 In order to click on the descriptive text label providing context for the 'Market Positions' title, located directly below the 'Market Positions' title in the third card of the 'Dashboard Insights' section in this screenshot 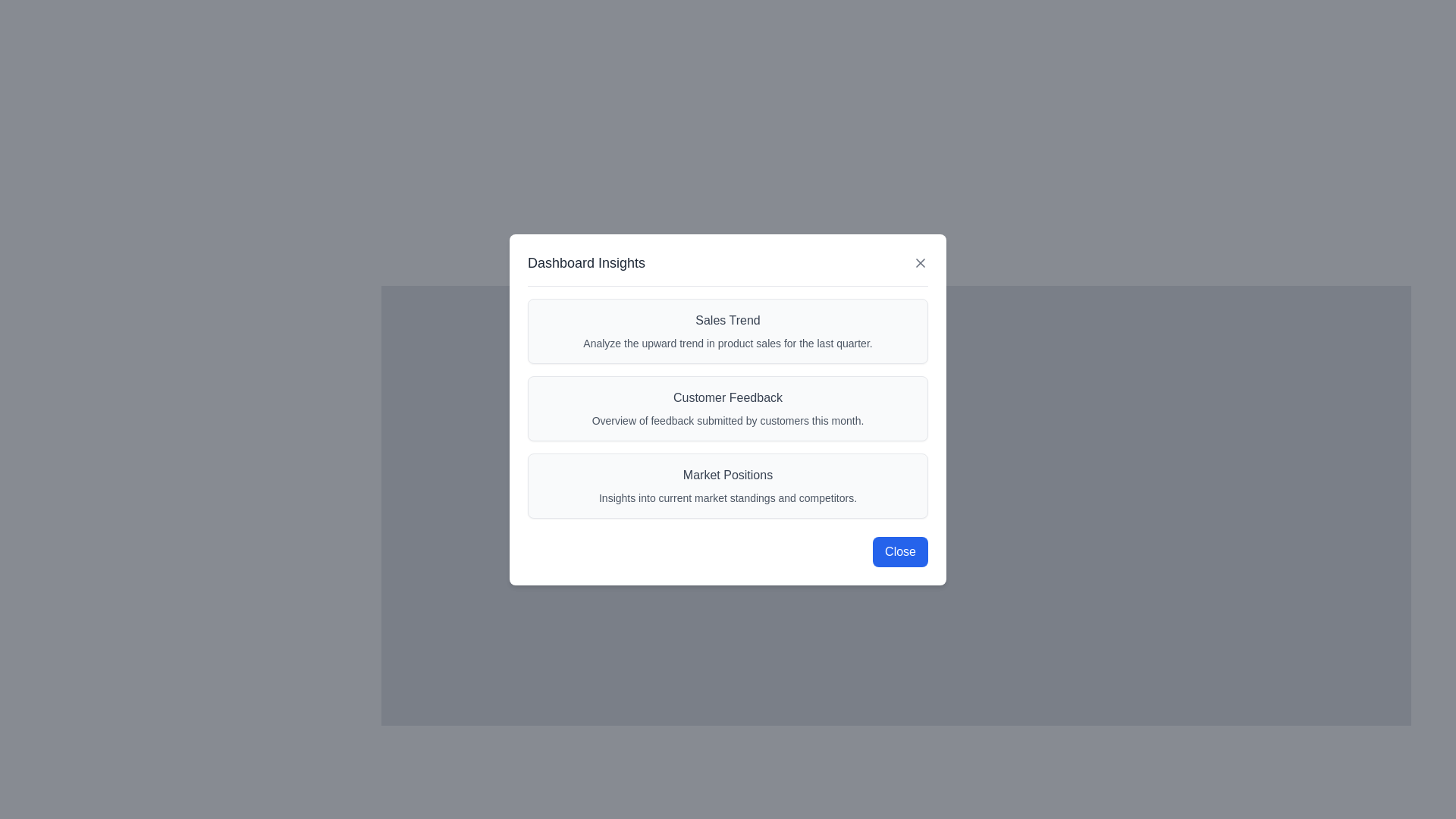, I will do `click(728, 497)`.